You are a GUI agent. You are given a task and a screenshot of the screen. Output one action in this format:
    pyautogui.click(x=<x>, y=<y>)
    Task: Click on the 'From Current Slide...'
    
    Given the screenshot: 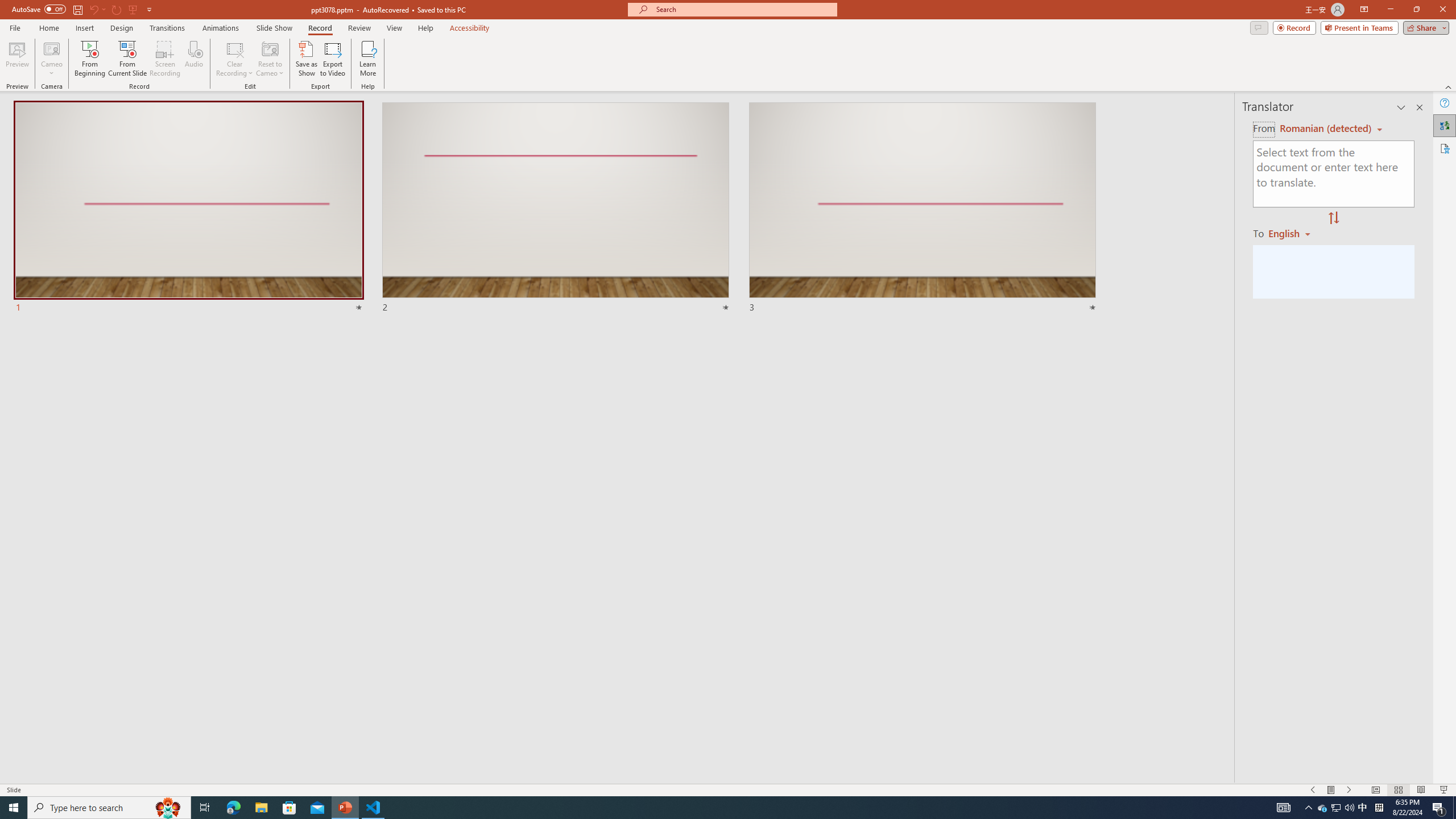 What is the action you would take?
    pyautogui.click(x=127, y=59)
    